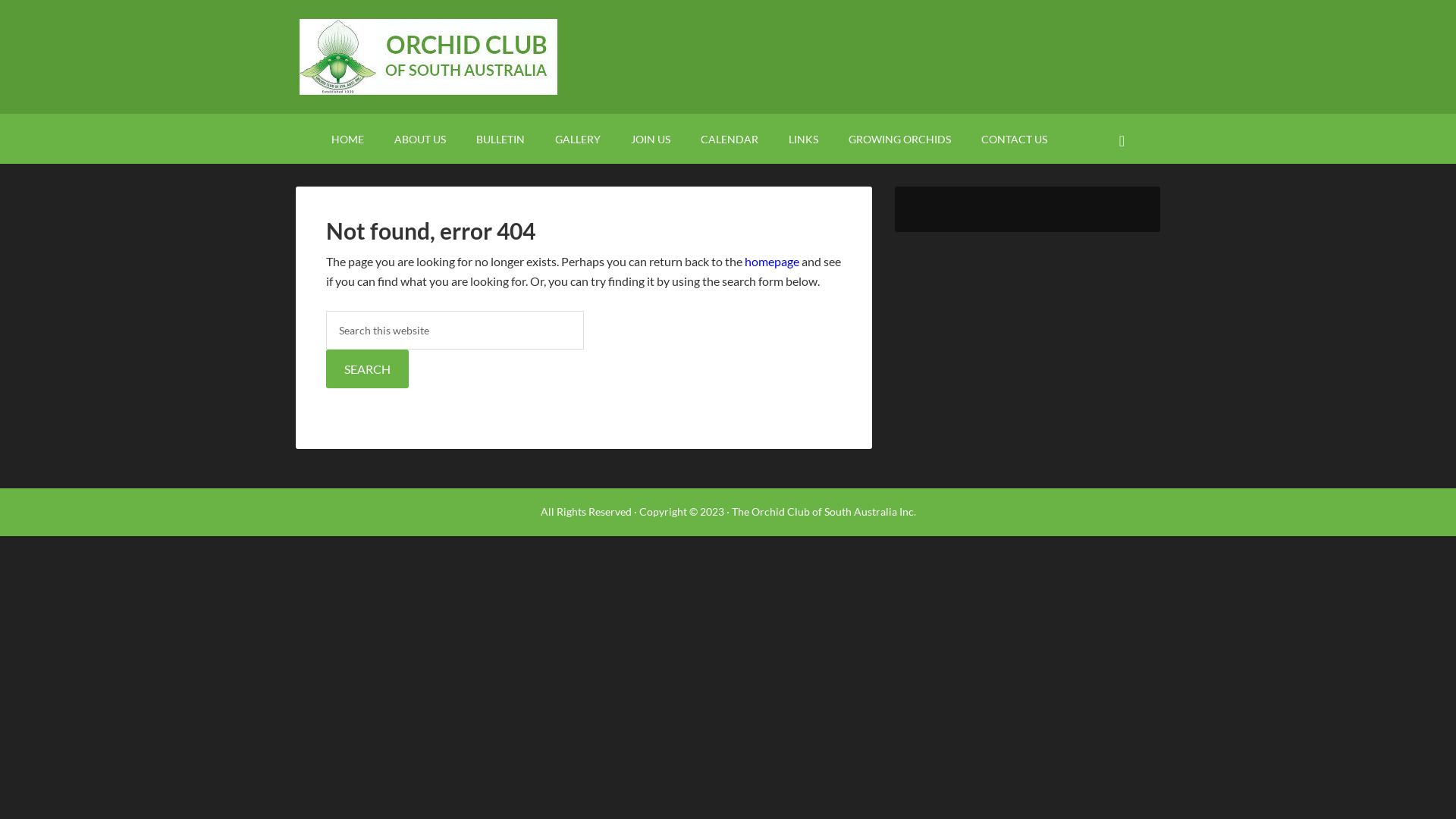  I want to click on 'ABOUT US', so click(419, 138).